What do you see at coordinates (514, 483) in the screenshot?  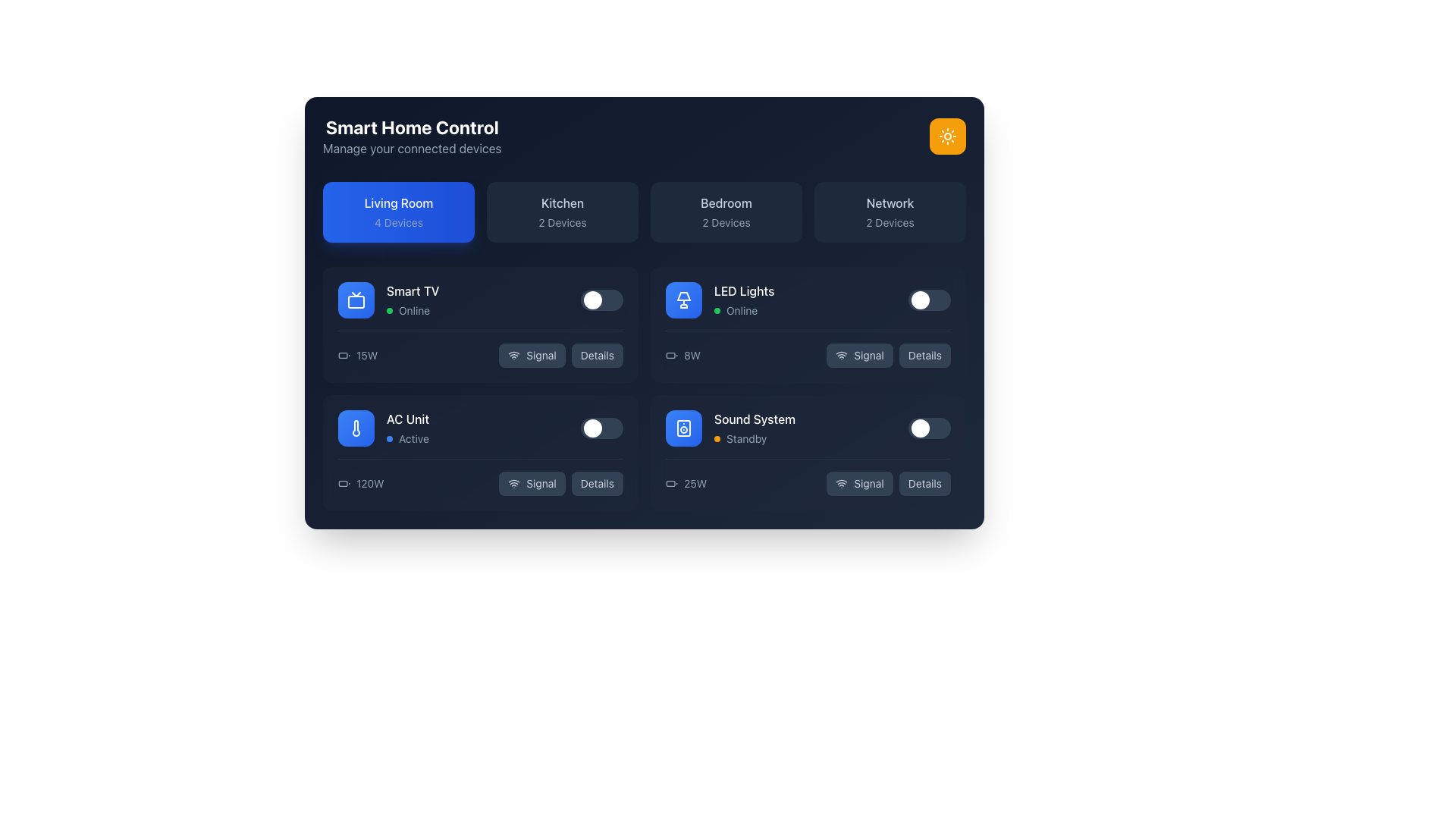 I see `the Wi-Fi icon located inside the dark button labeled 'Signal', which is the leftmost content in the button and positioned below the 'AC Unit' section` at bounding box center [514, 483].